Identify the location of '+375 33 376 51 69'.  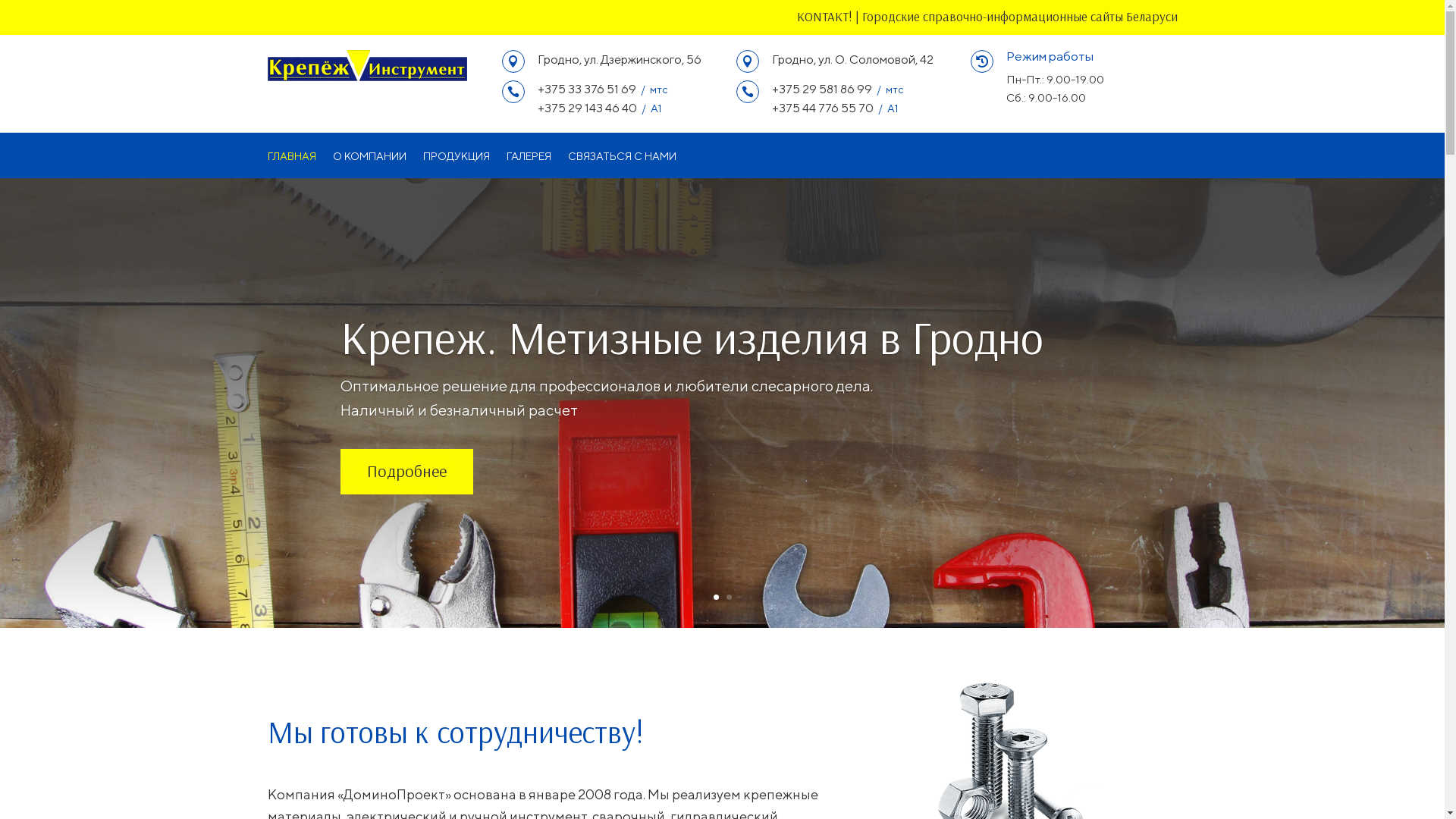
(585, 89).